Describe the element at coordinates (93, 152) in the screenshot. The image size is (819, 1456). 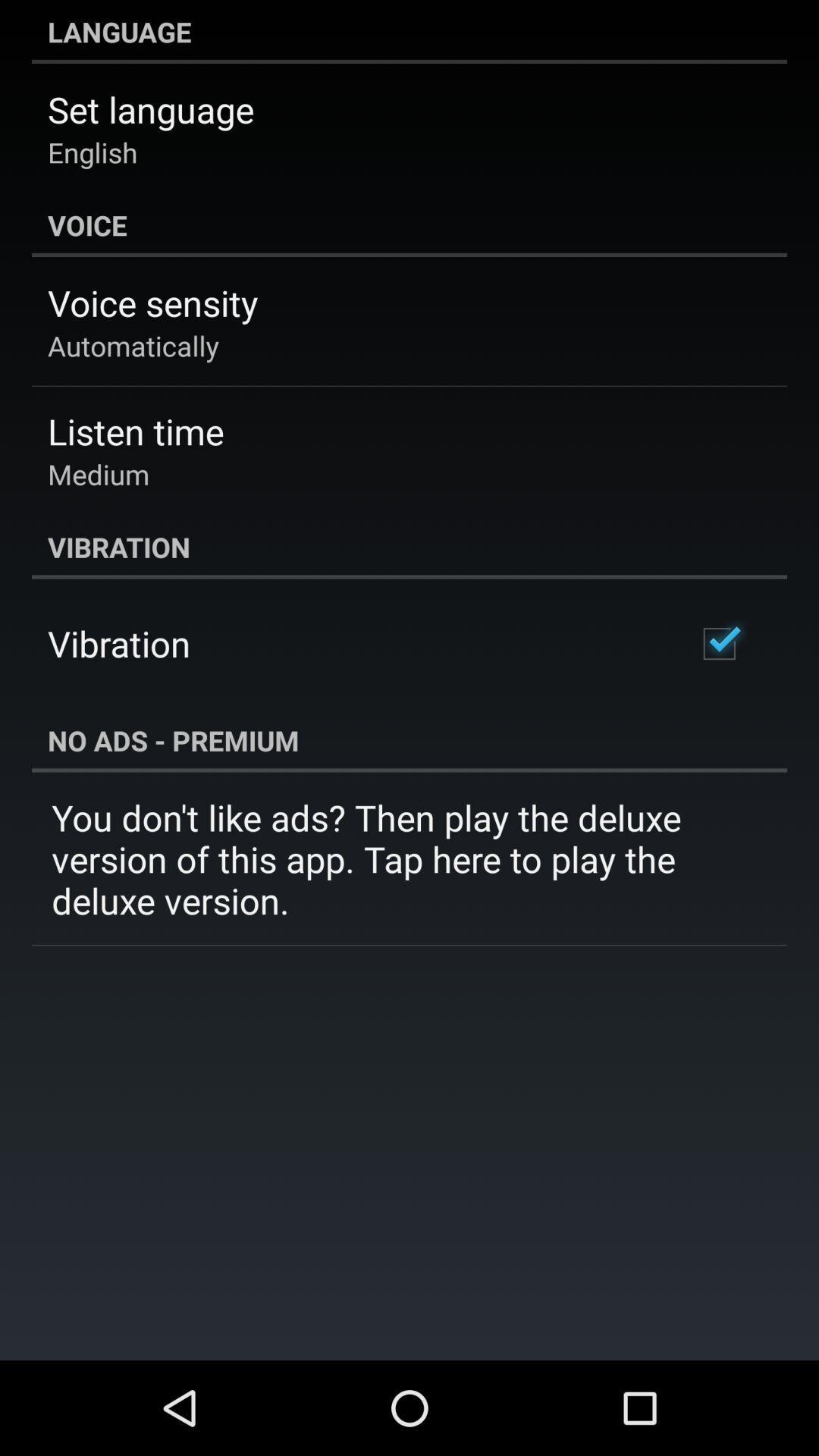
I see `icon above the voice` at that location.